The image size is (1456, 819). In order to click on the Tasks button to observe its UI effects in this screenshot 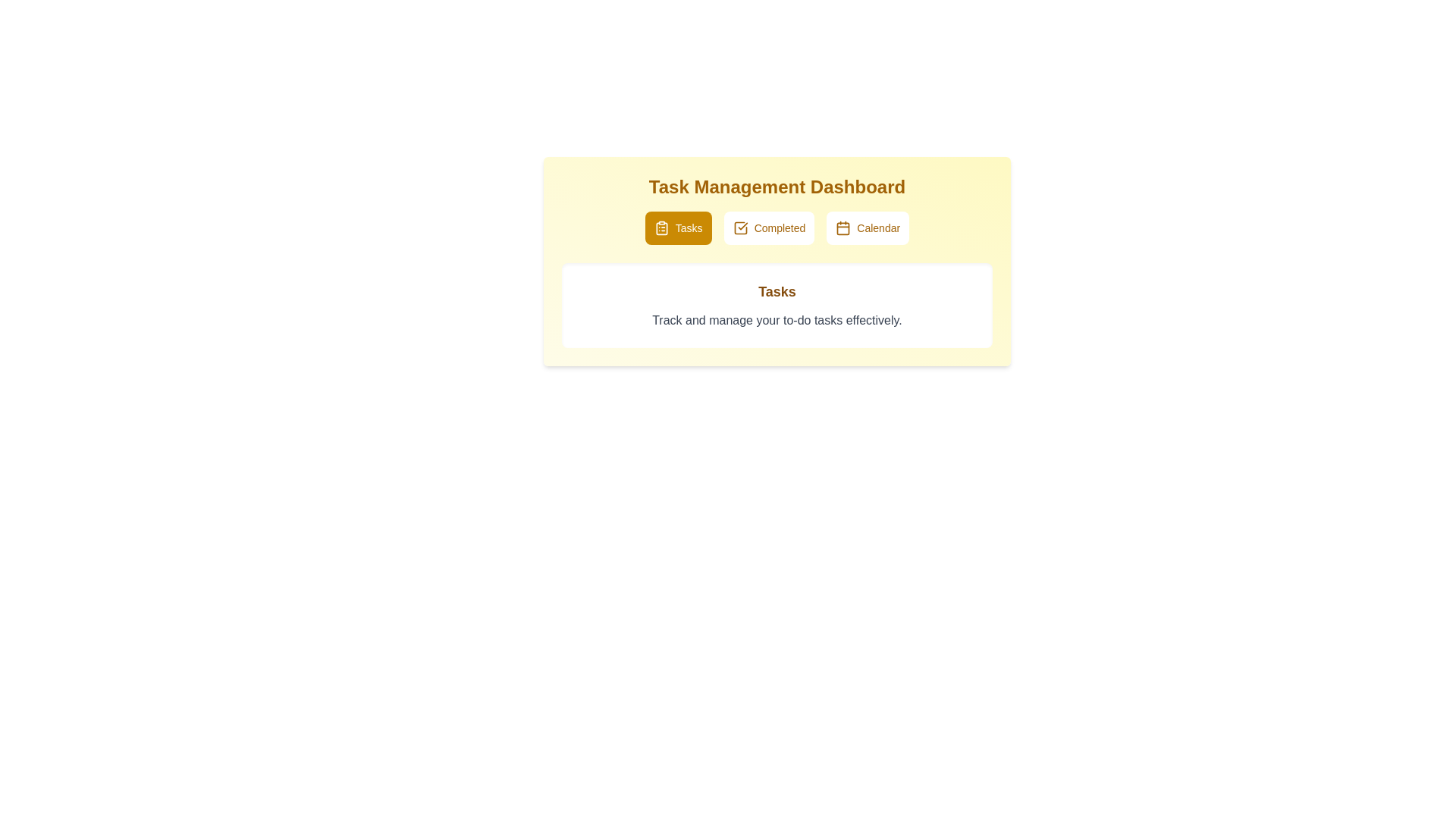, I will do `click(677, 227)`.